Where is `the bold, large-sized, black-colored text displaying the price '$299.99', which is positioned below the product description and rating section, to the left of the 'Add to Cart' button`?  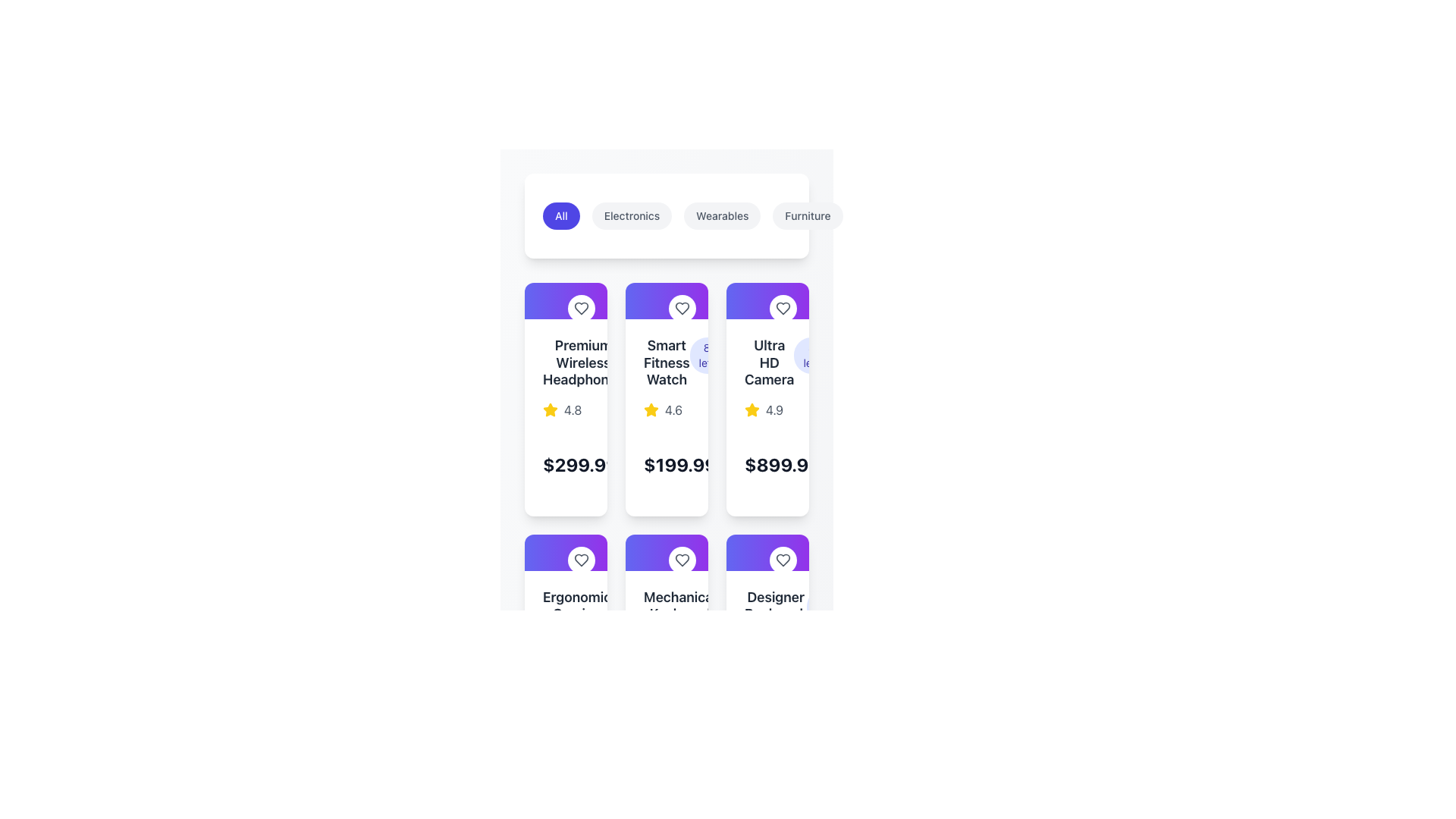 the bold, large-sized, black-colored text displaying the price '$299.99', which is positioned below the product description and rating section, to the left of the 'Add to Cart' button is located at coordinates (579, 463).